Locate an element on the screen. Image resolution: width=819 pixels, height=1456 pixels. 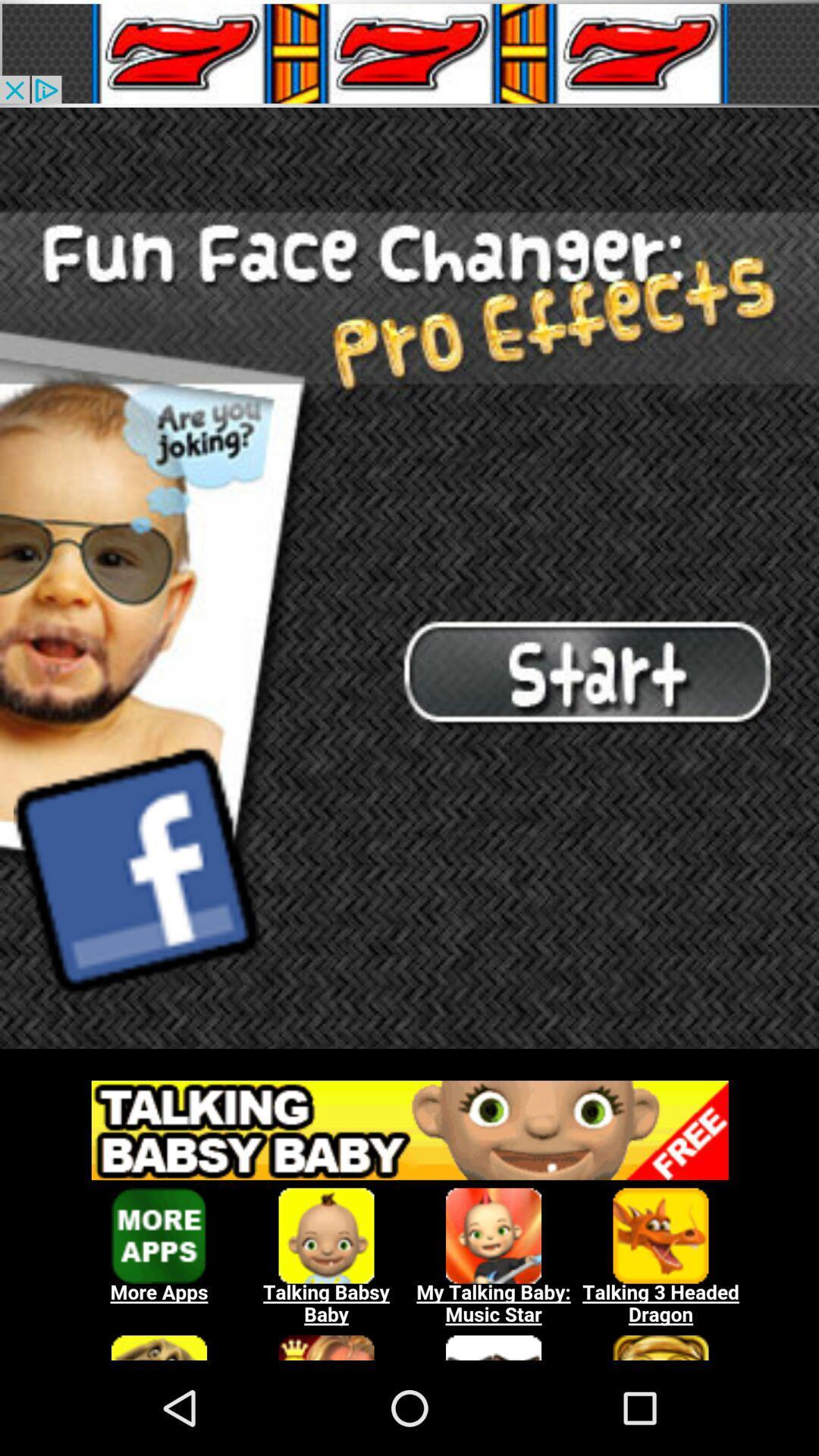
facebook design is located at coordinates (136, 870).